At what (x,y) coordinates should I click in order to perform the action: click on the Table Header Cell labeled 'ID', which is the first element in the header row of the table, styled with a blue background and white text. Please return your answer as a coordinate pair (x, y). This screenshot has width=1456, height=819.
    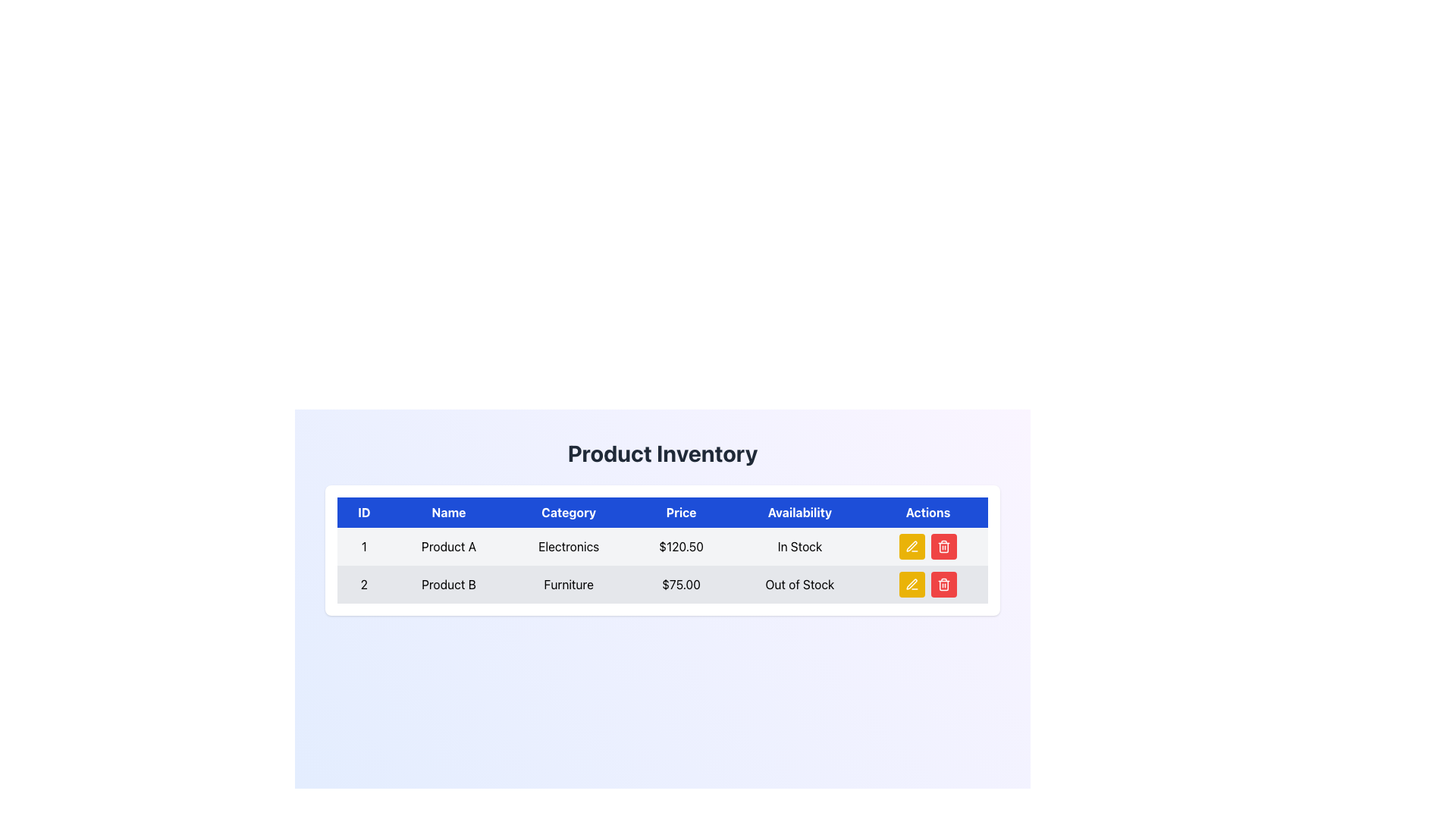
    Looking at the image, I should click on (364, 512).